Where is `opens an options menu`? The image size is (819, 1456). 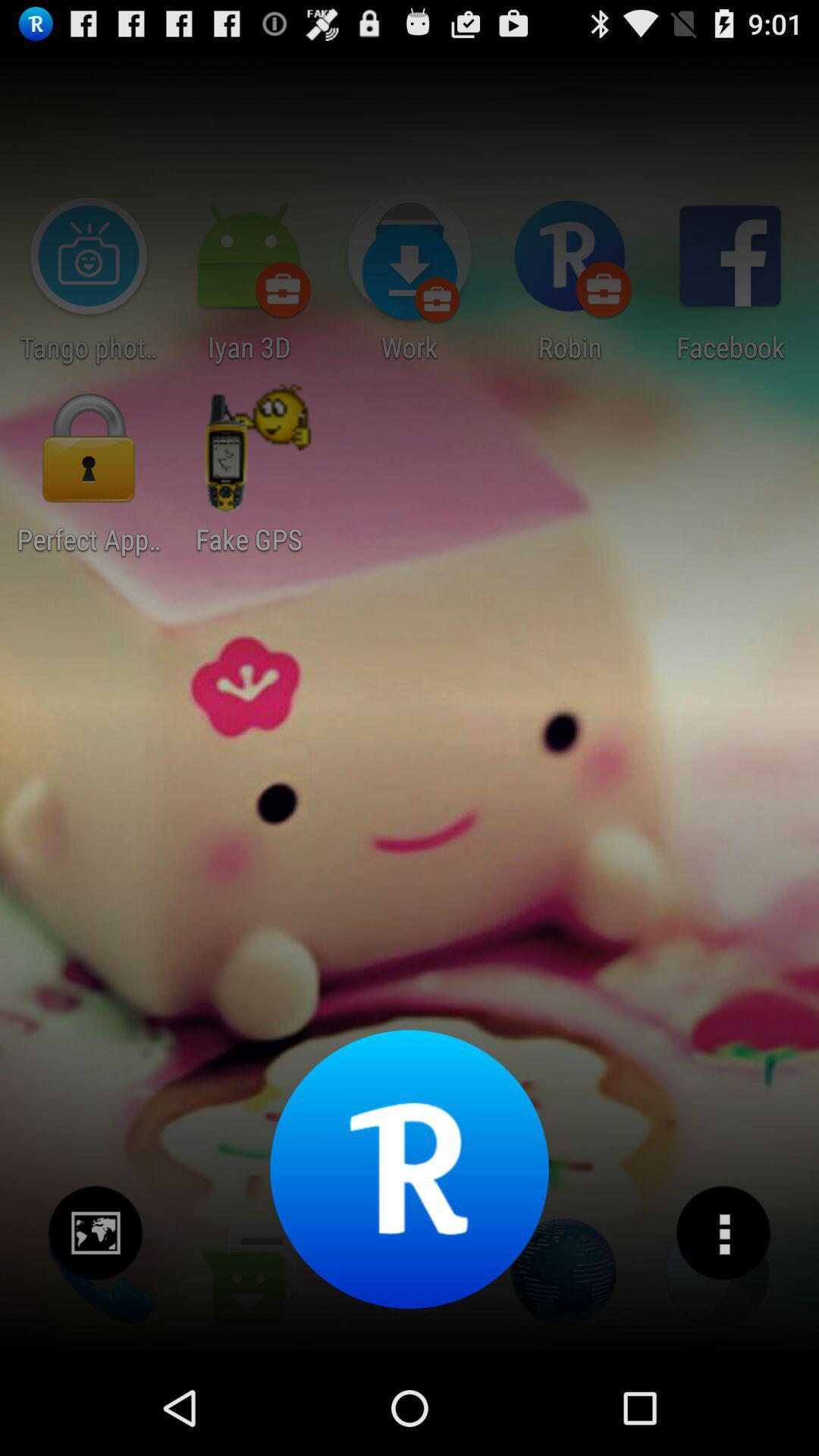 opens an options menu is located at coordinates (722, 1233).